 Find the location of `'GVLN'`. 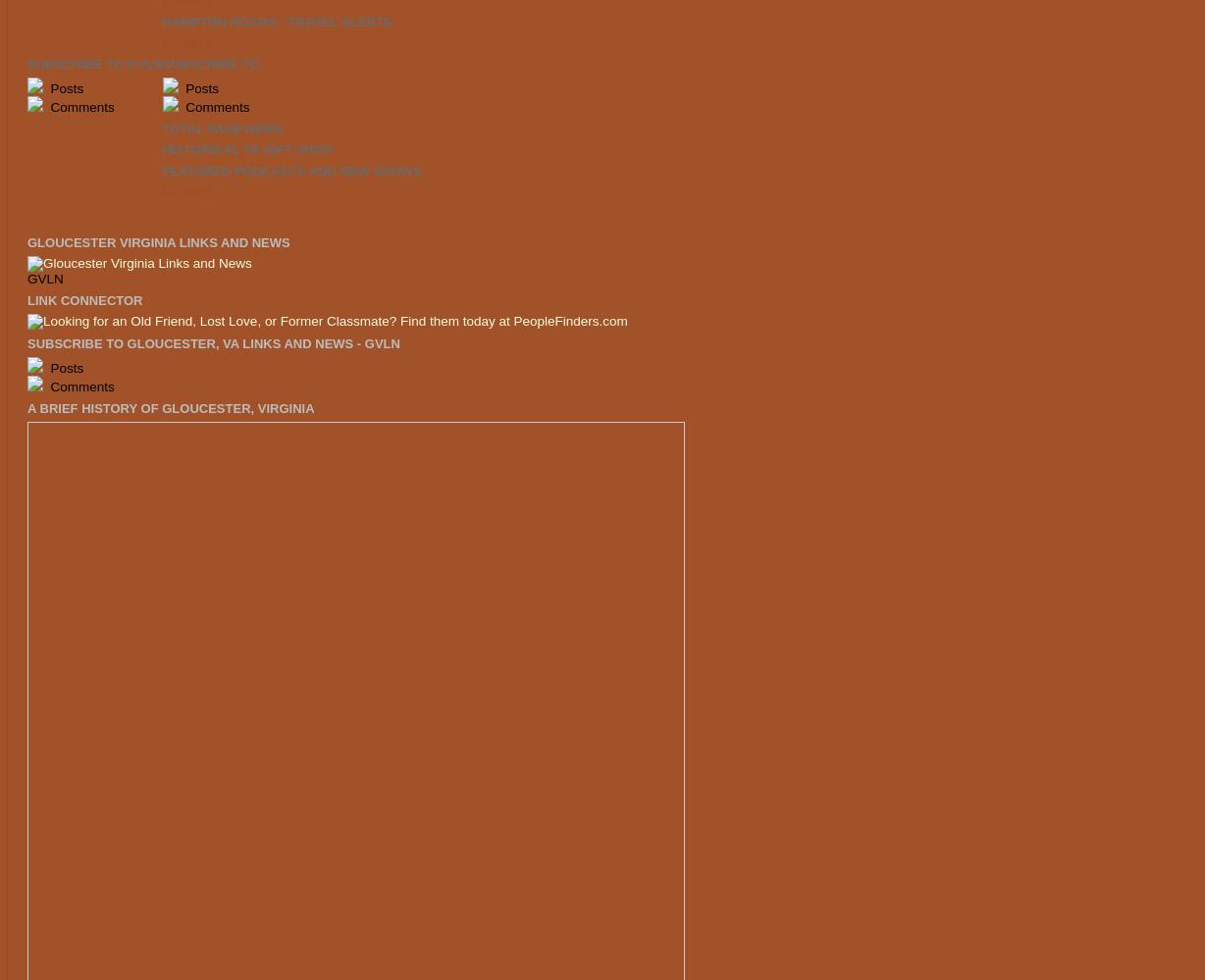

'GVLN' is located at coordinates (45, 278).